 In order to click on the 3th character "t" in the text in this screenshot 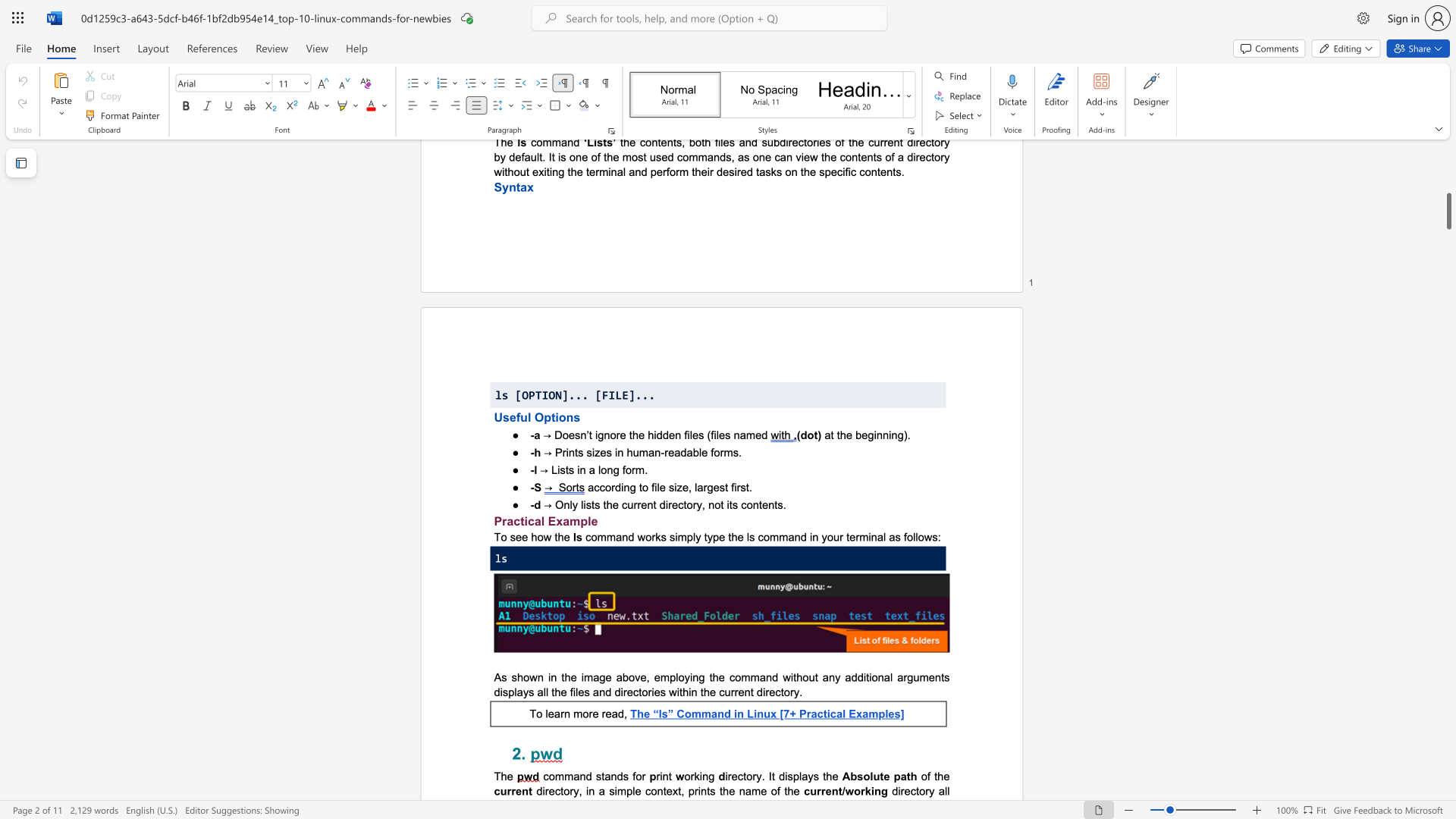, I will do `click(794, 676)`.